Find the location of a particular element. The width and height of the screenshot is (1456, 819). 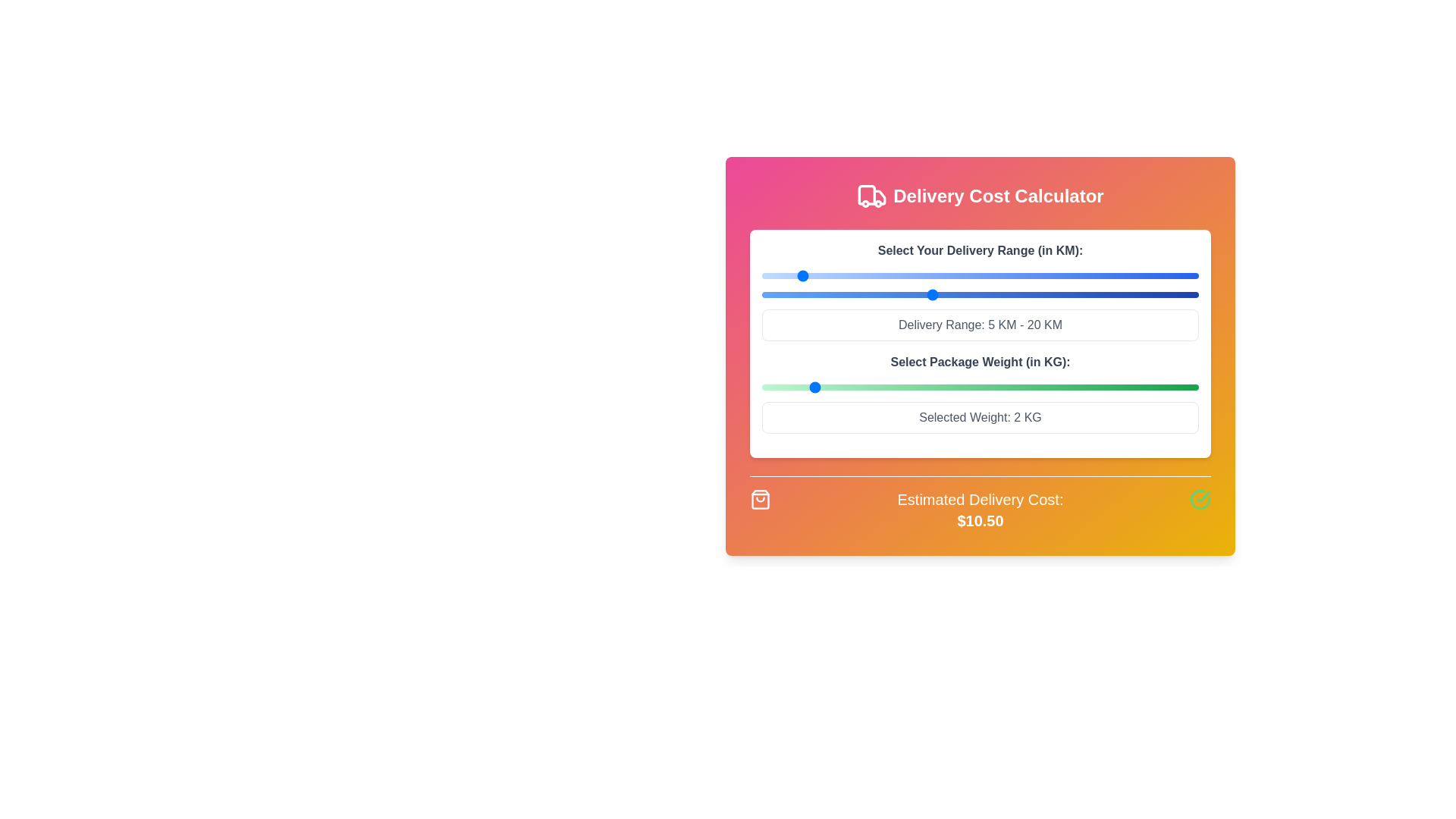

the delivery range is located at coordinates (940, 275).